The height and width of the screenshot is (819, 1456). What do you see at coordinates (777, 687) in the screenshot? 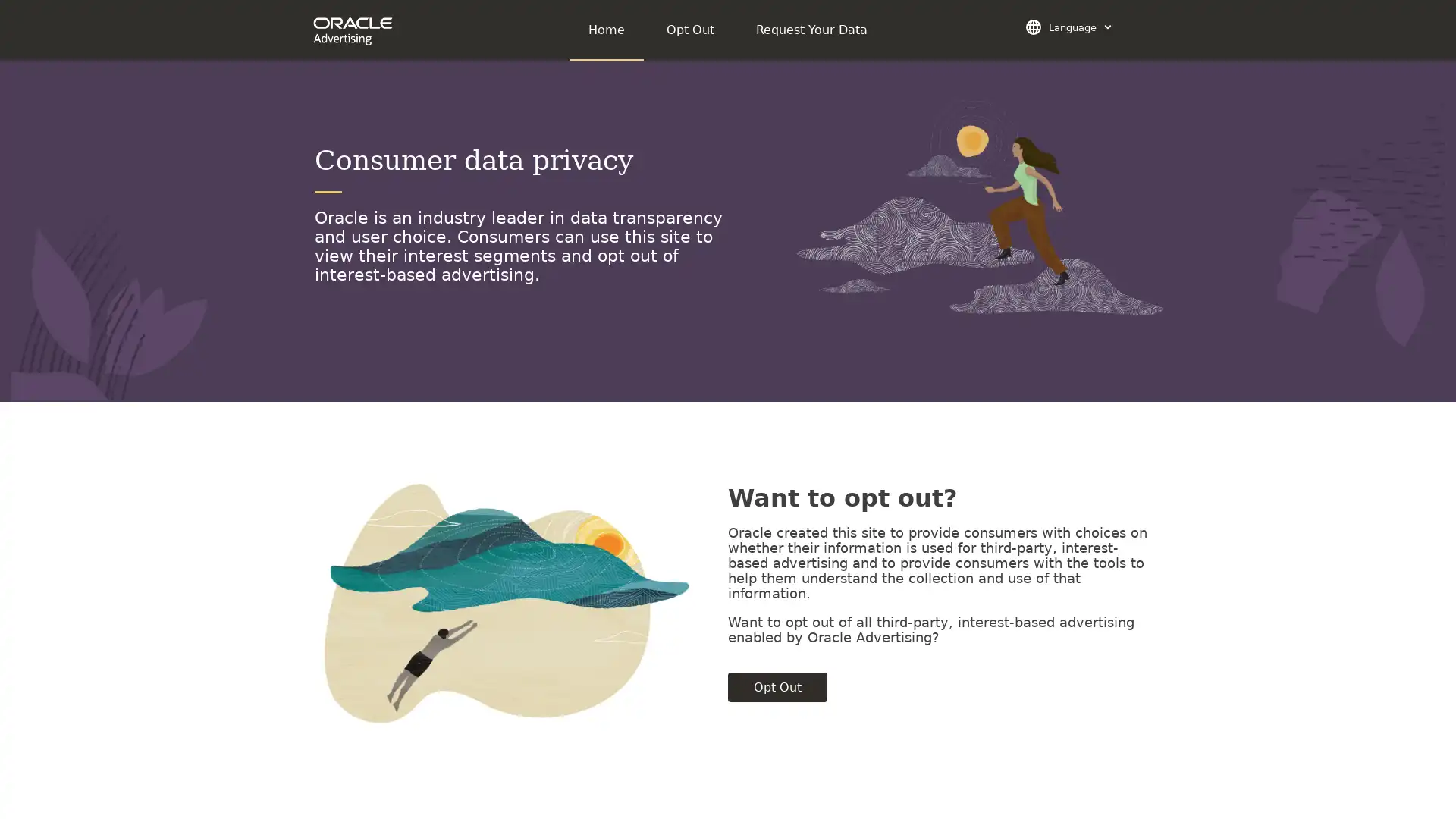
I see `Opt Out` at bounding box center [777, 687].